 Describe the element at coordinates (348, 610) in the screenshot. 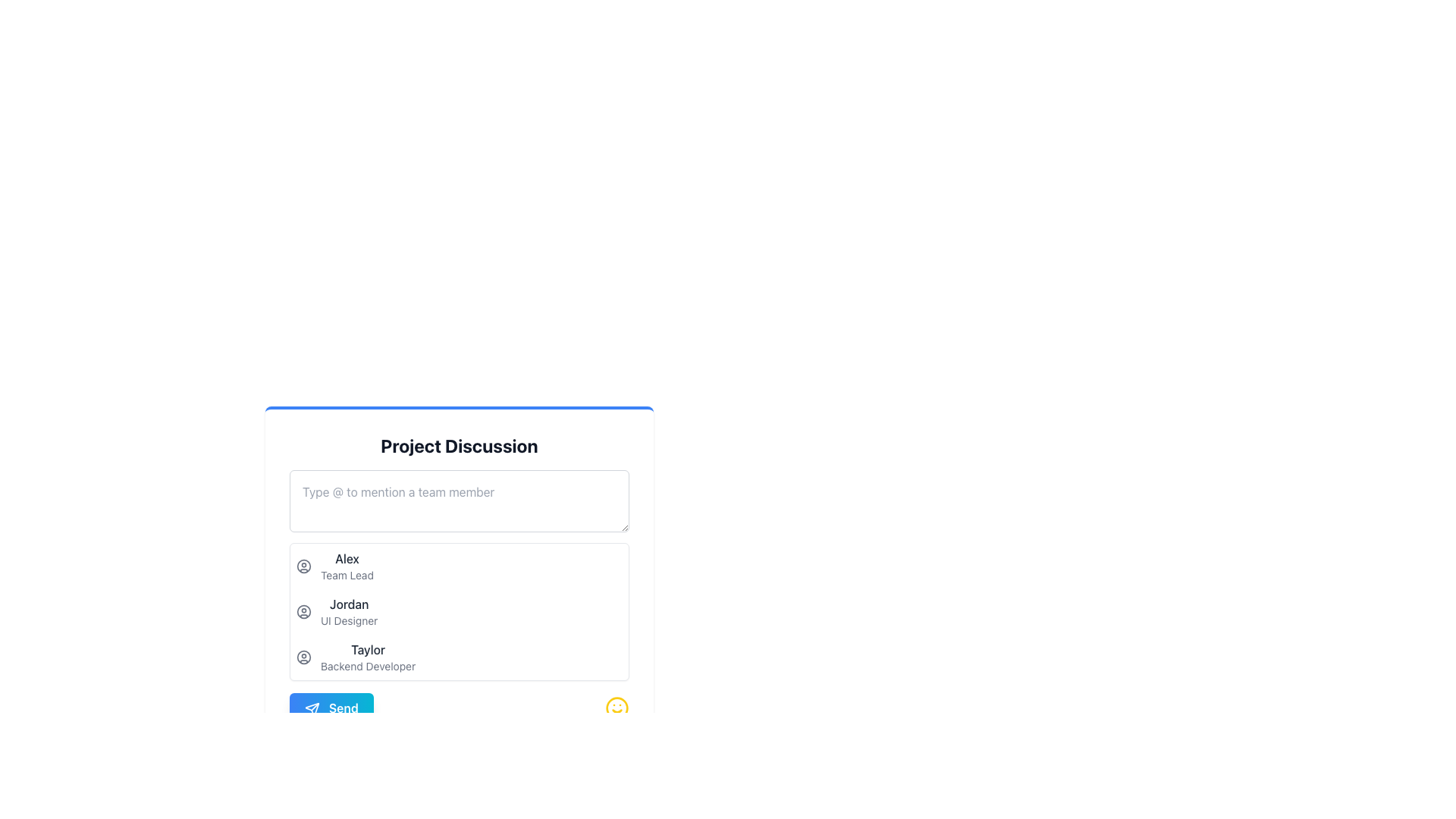

I see `the text label displaying the user name 'Jordan' with the role 'UI Designer' below it, which is located in the 'Project Discussion' section and is the second item in a vertical list of team members` at that location.